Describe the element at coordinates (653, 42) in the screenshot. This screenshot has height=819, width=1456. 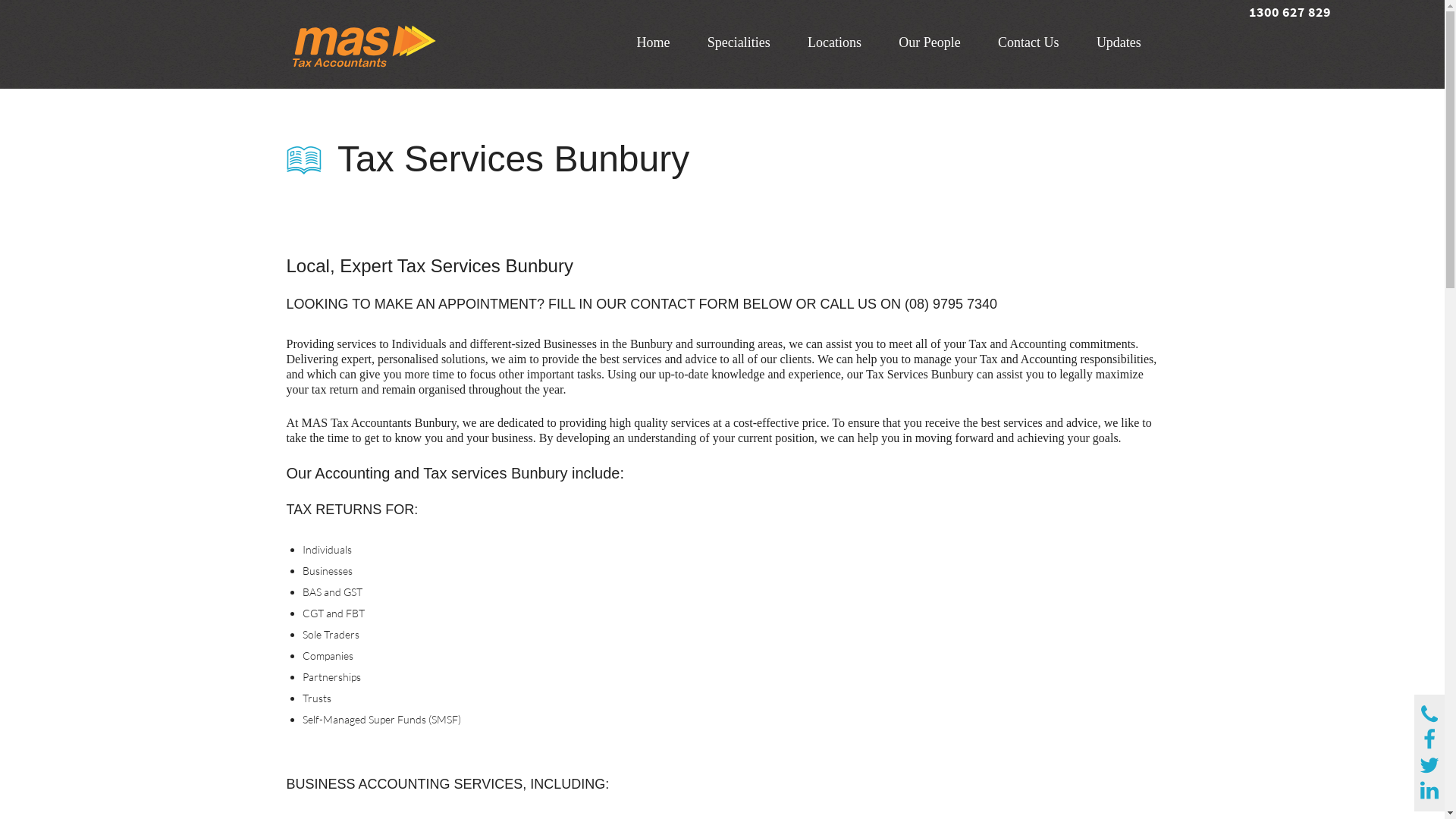
I see `'Home'` at that location.